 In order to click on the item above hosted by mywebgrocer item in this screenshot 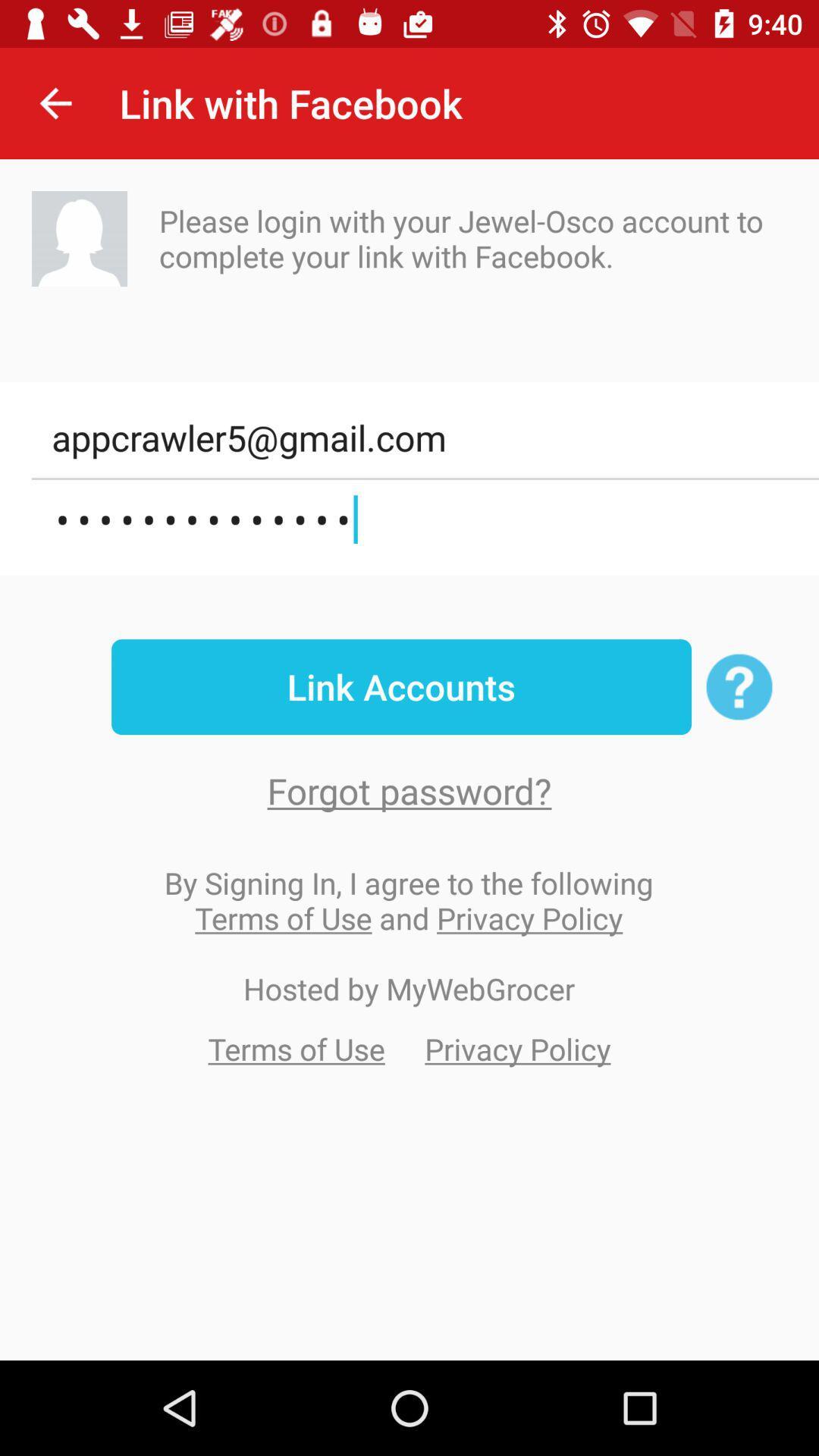, I will do `click(408, 900)`.